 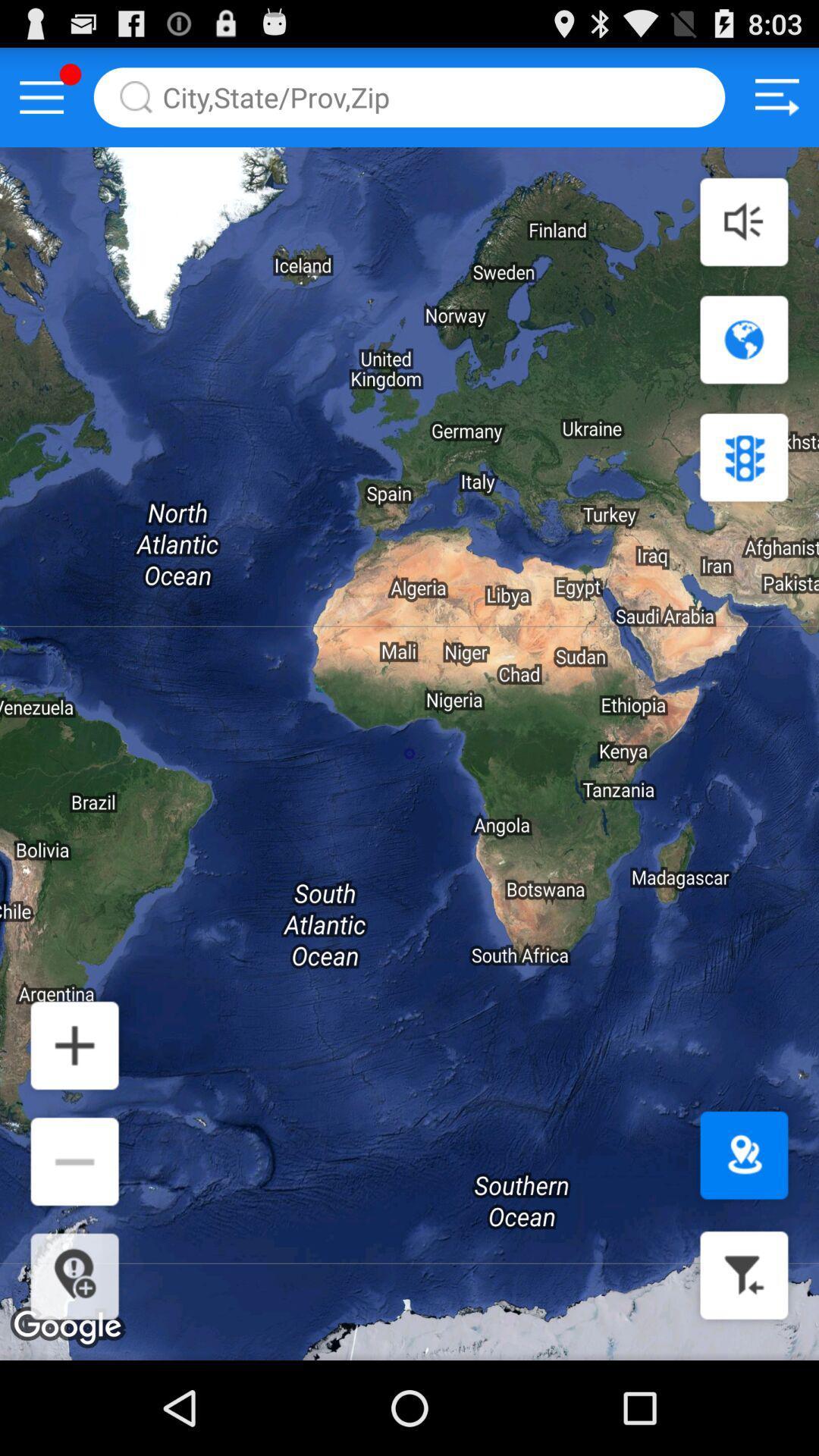 I want to click on expand menu, so click(x=41, y=96).